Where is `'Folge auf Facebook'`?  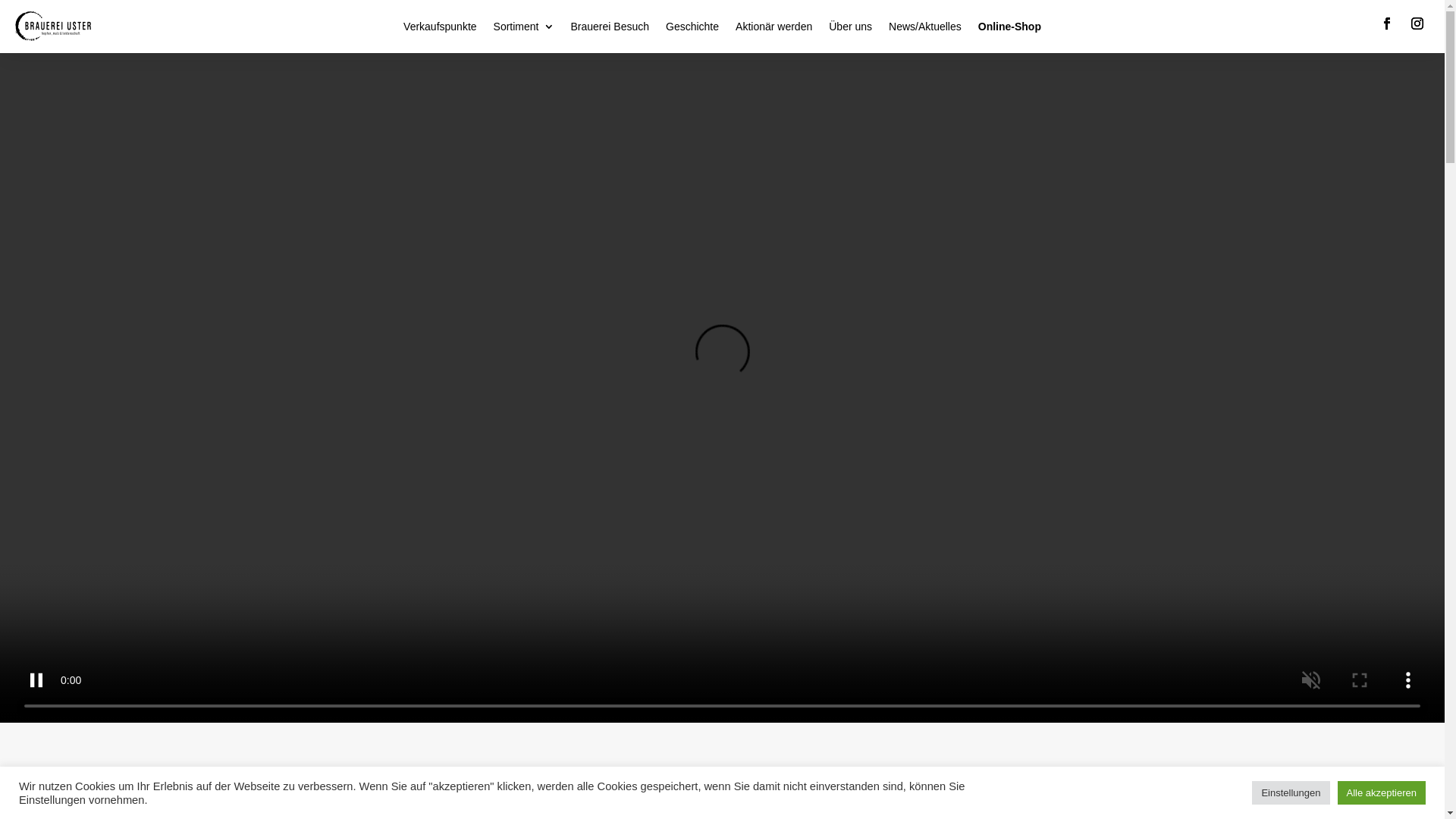
'Folge auf Facebook' is located at coordinates (1386, 23).